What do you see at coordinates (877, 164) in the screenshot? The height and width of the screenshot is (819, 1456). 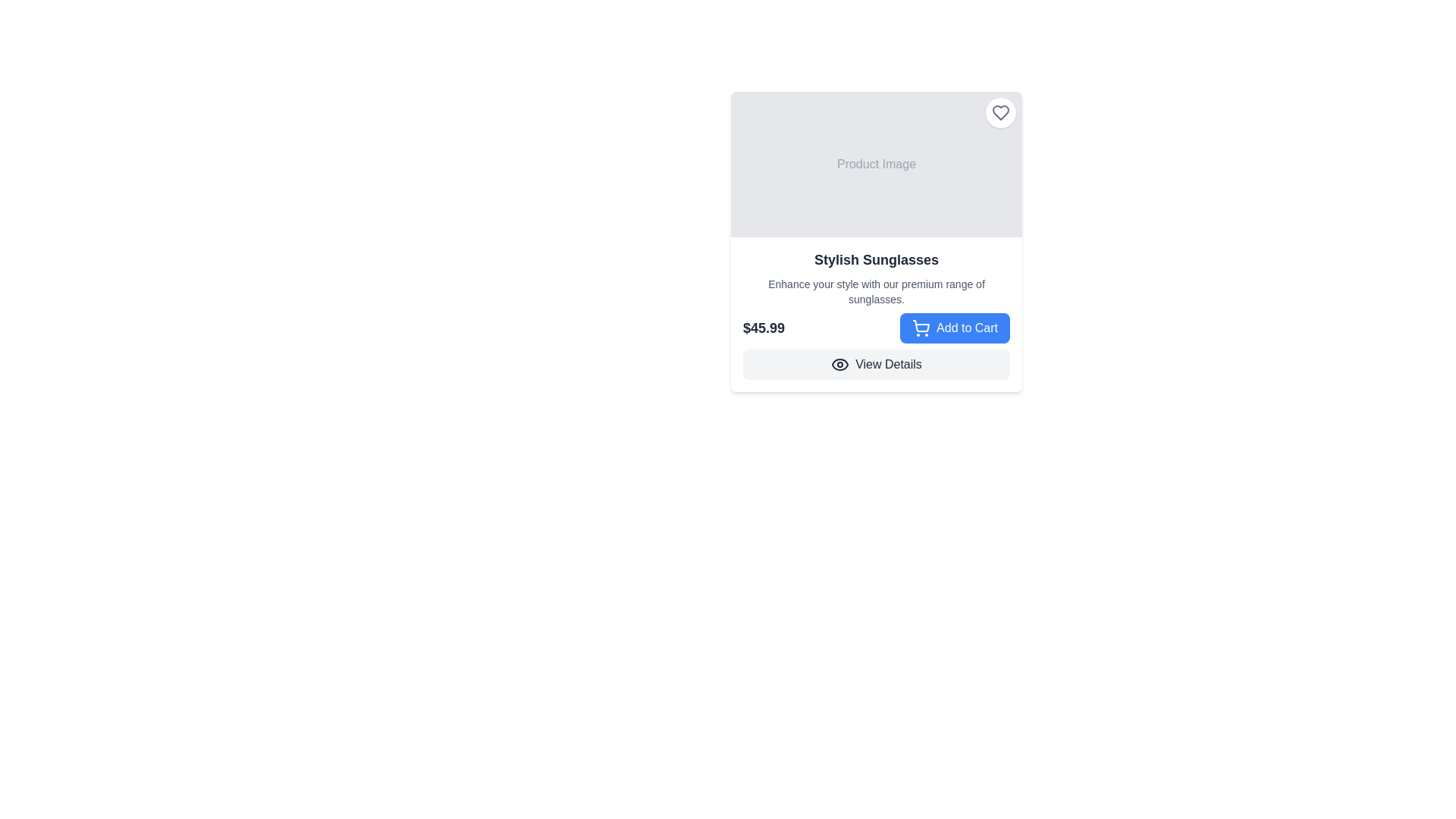 I see `the placeholder image display area which has a light gray background and contains the text 'Product Image'` at bounding box center [877, 164].